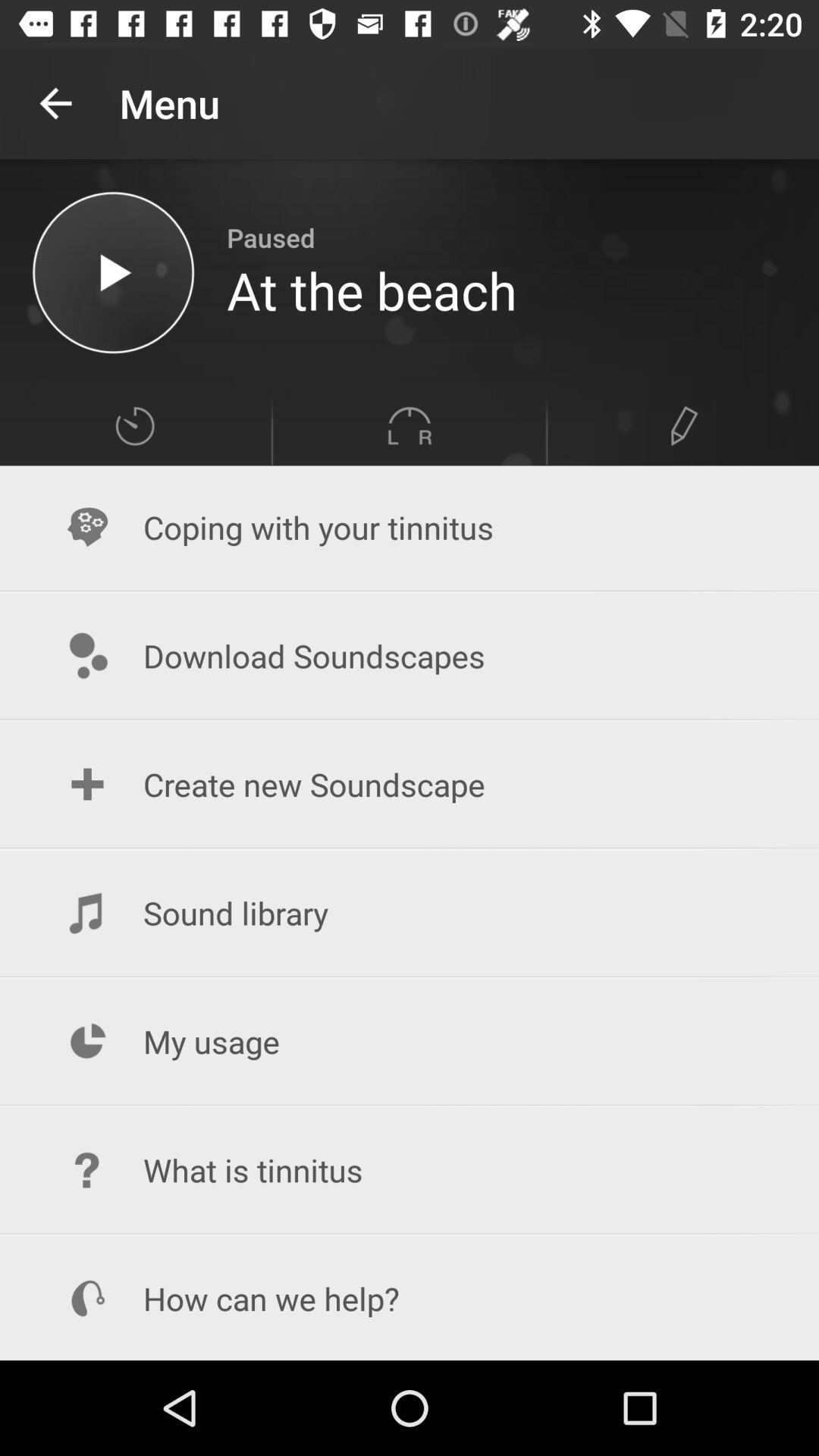 This screenshot has width=819, height=1456. I want to click on item below what is tinnitus item, so click(409, 1298).